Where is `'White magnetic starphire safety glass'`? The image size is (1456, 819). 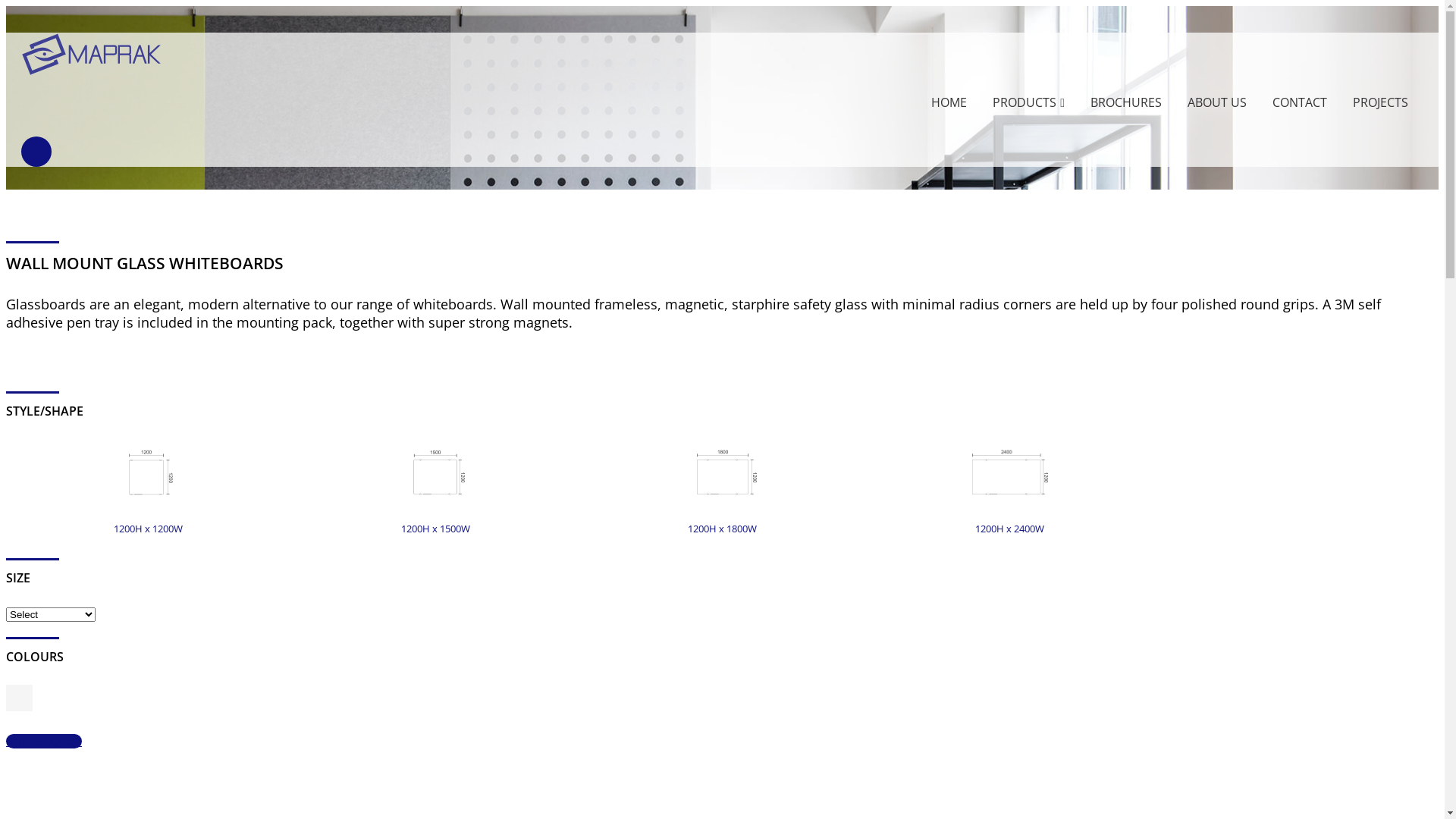 'White magnetic starphire safety glass' is located at coordinates (19, 707).